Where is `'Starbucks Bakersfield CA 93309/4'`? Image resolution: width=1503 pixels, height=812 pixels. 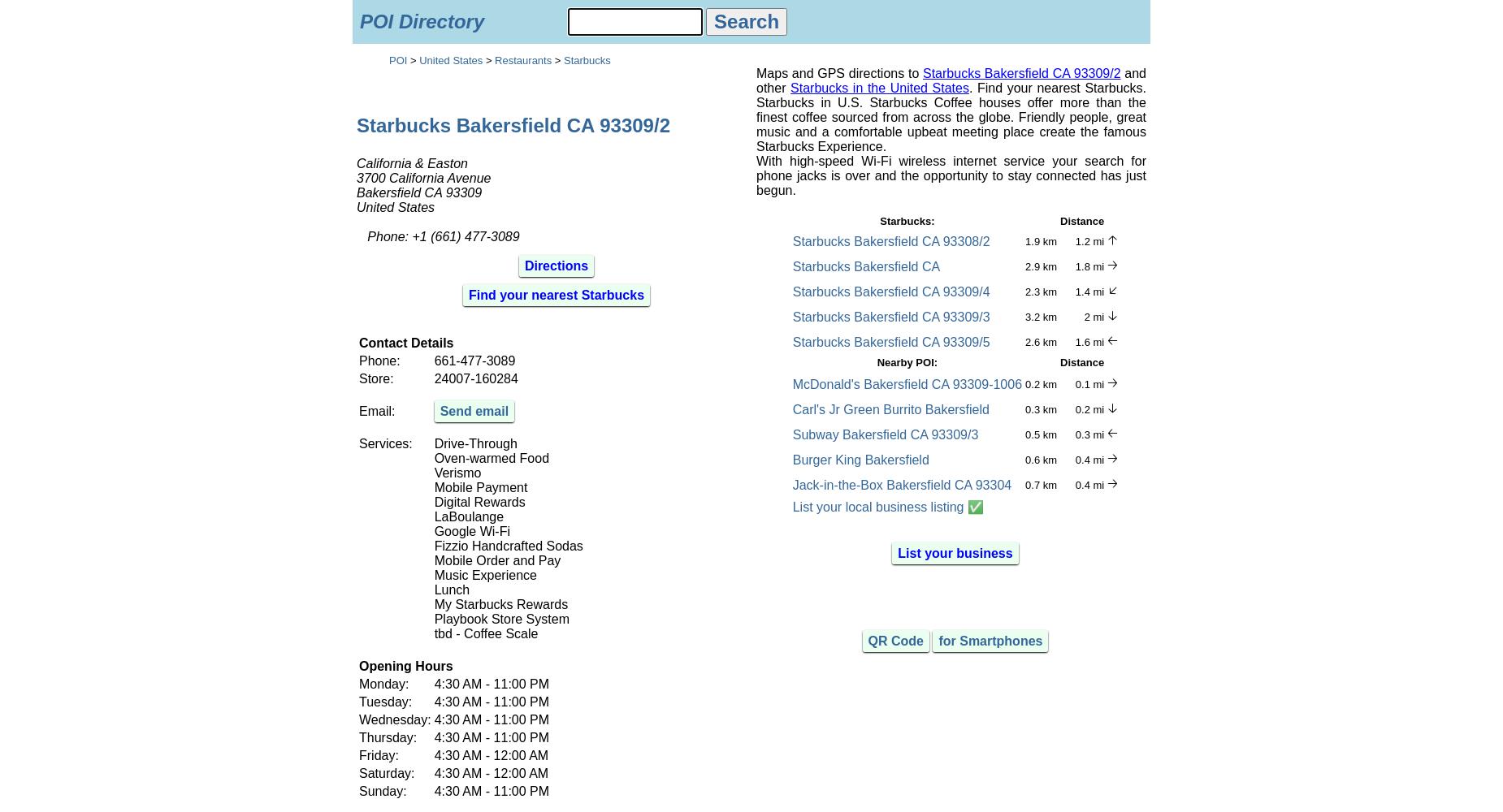 'Starbucks Bakersfield CA 93309/4' is located at coordinates (790, 290).